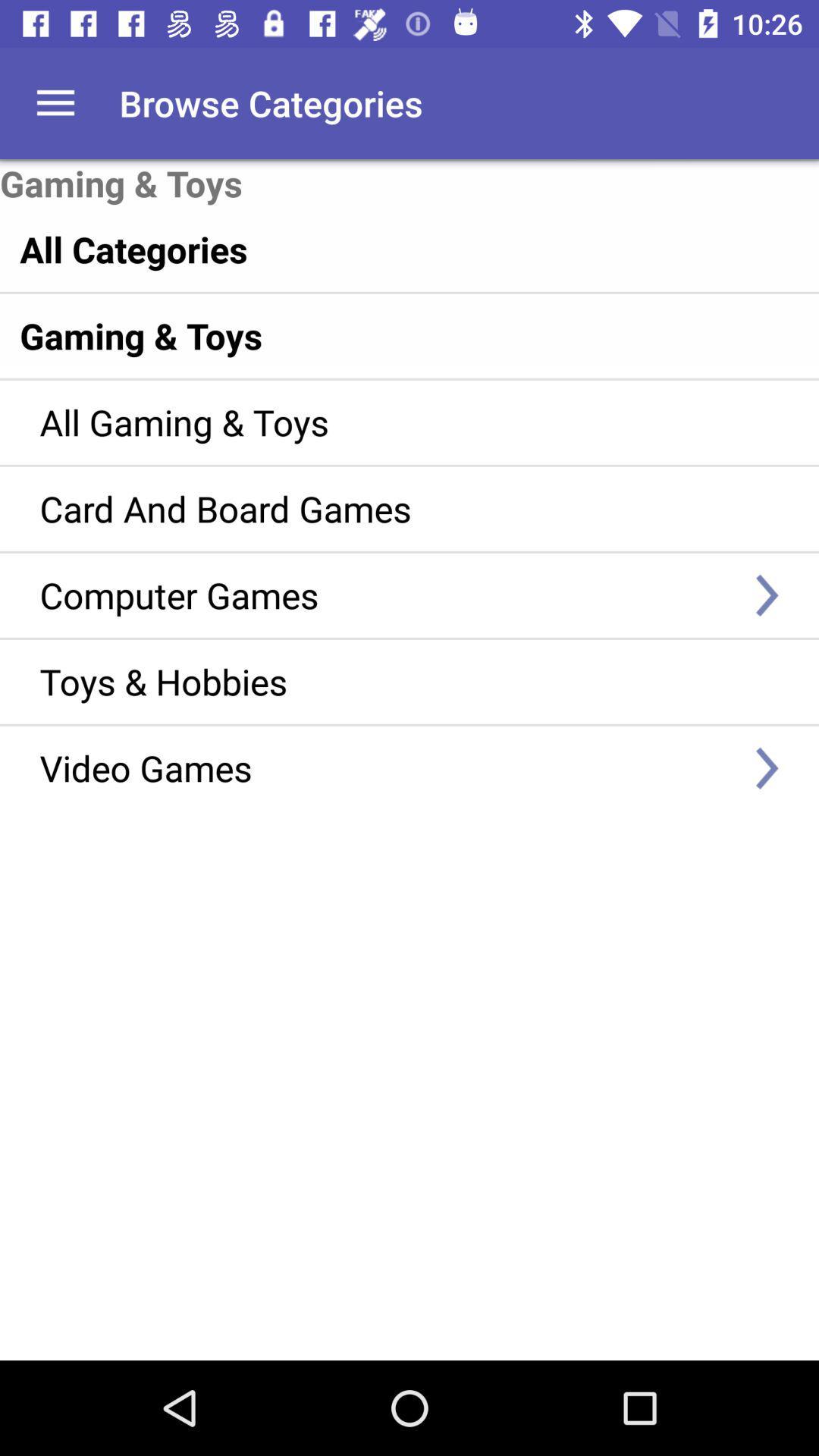 Image resolution: width=819 pixels, height=1456 pixels. I want to click on open options menu, so click(55, 102).